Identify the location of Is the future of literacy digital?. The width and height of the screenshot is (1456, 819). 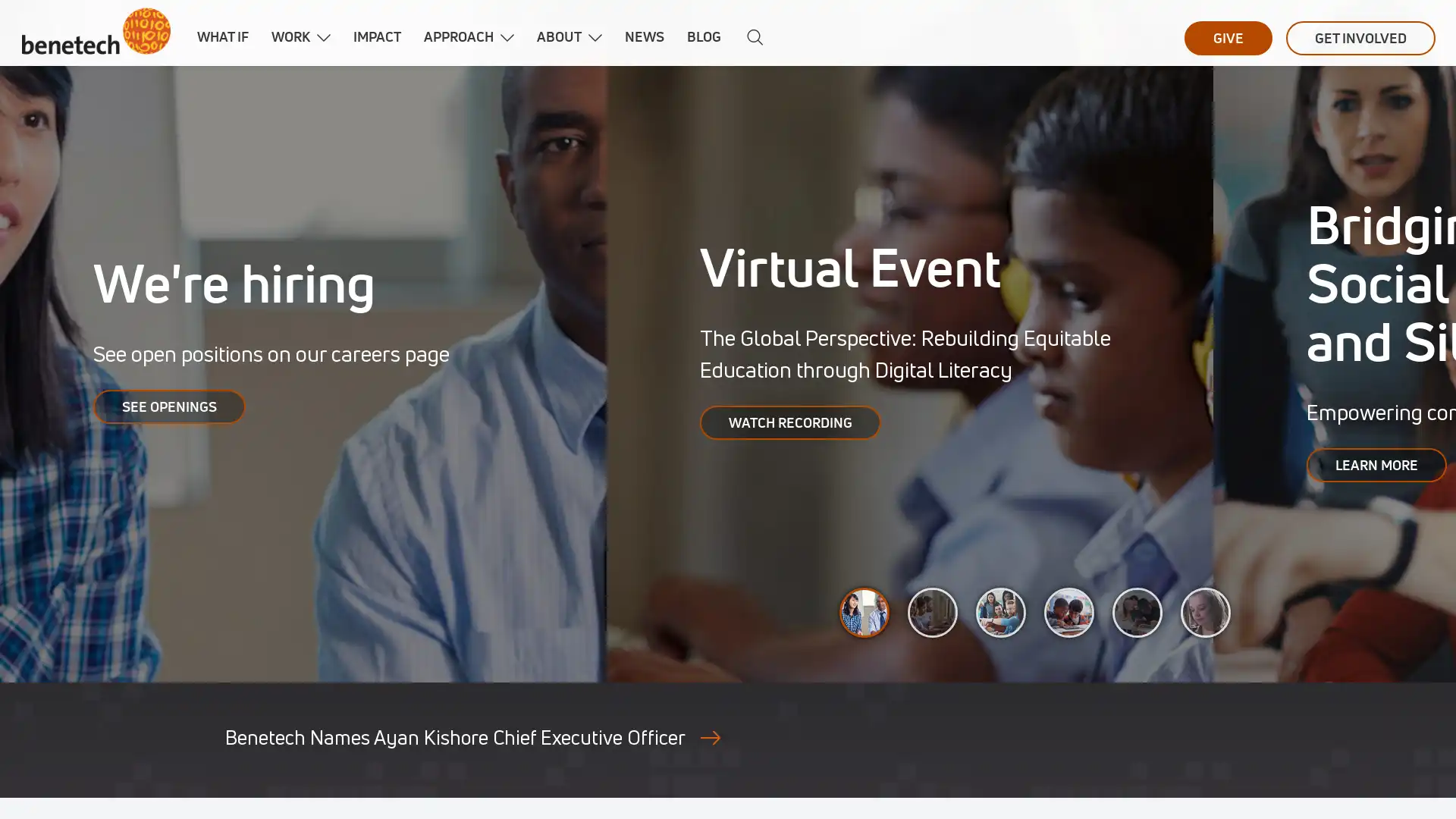
(1137, 611).